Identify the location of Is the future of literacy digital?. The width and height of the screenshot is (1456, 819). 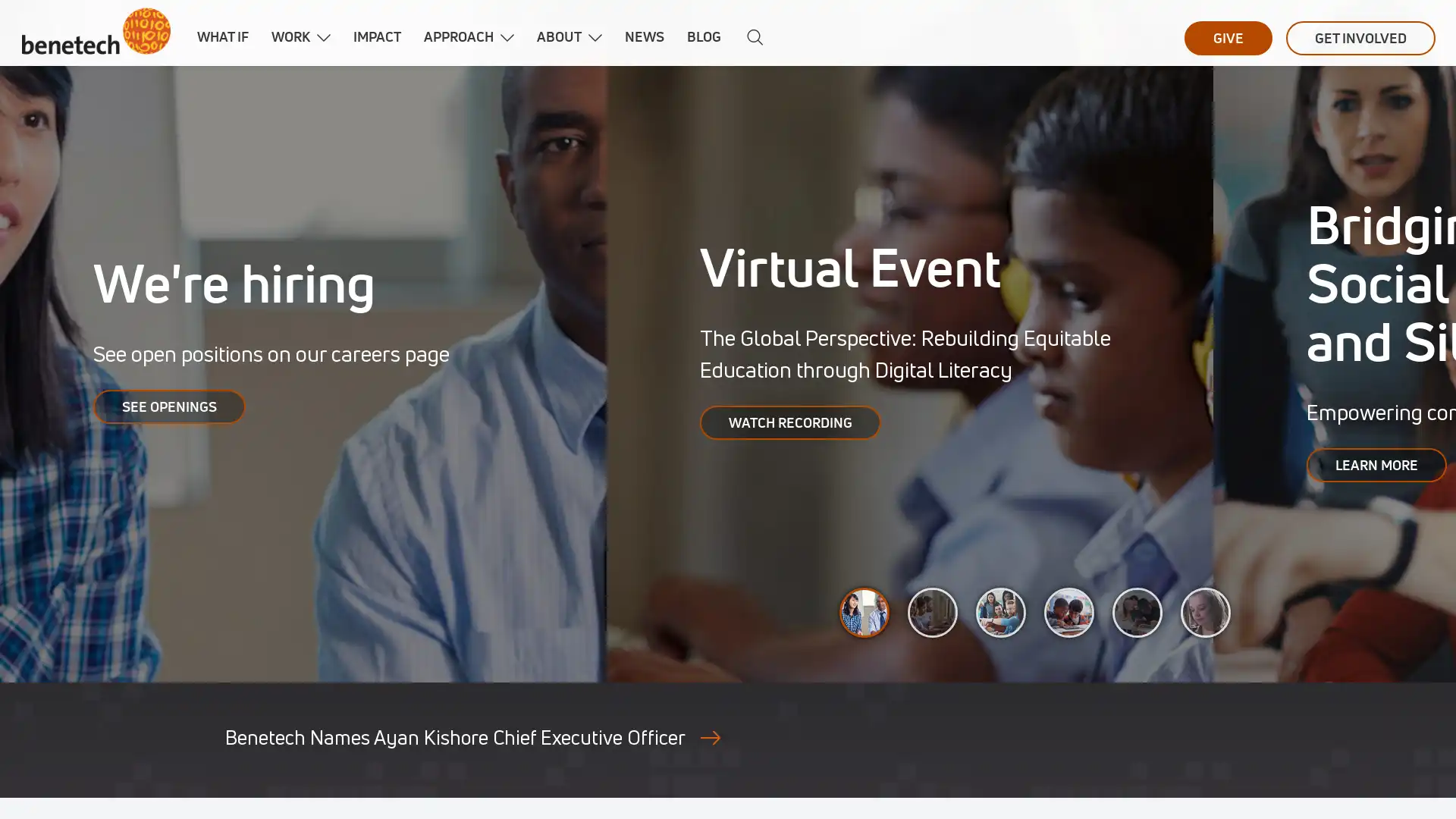
(1137, 611).